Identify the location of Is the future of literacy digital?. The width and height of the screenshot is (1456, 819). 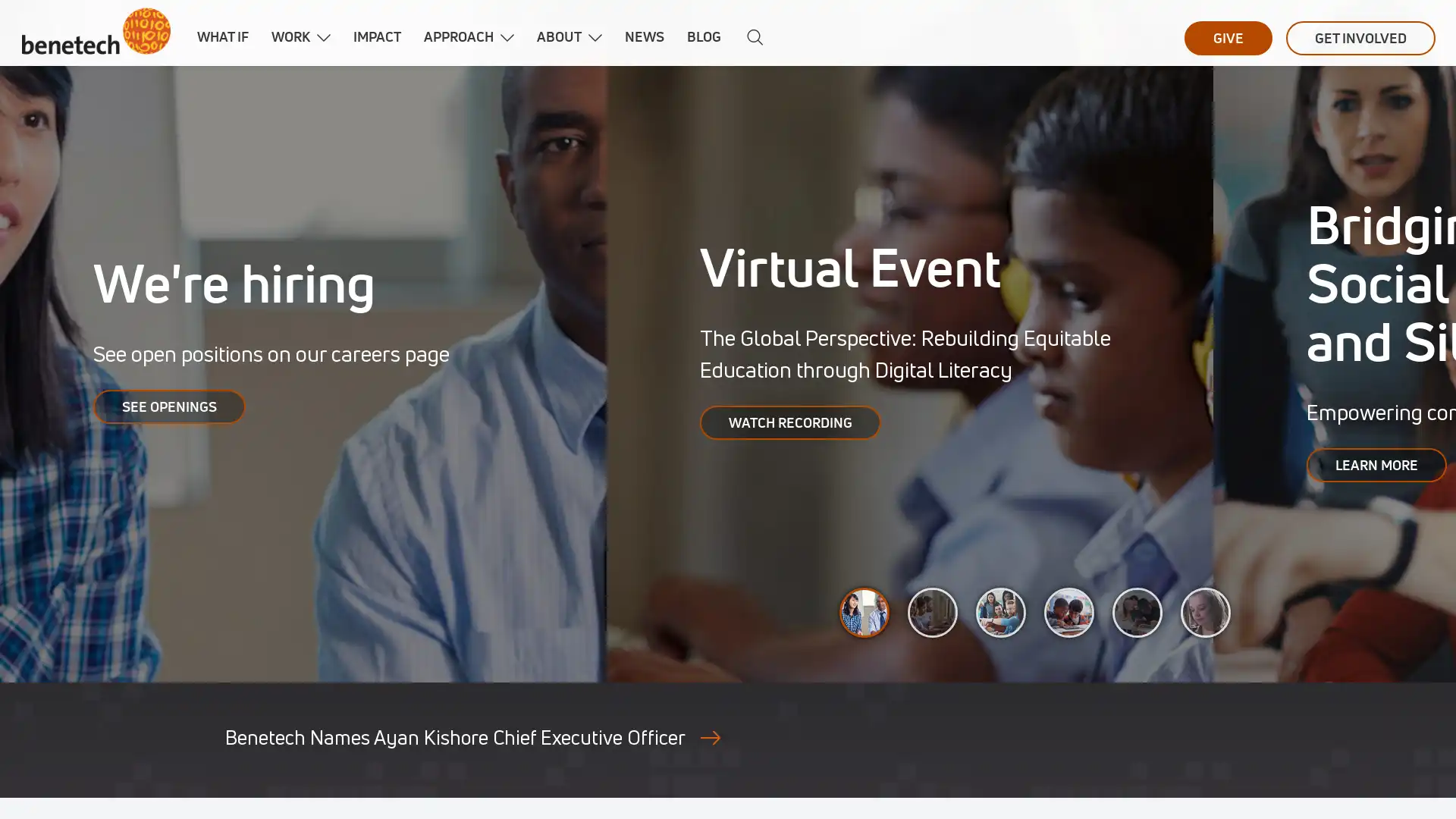
(1137, 611).